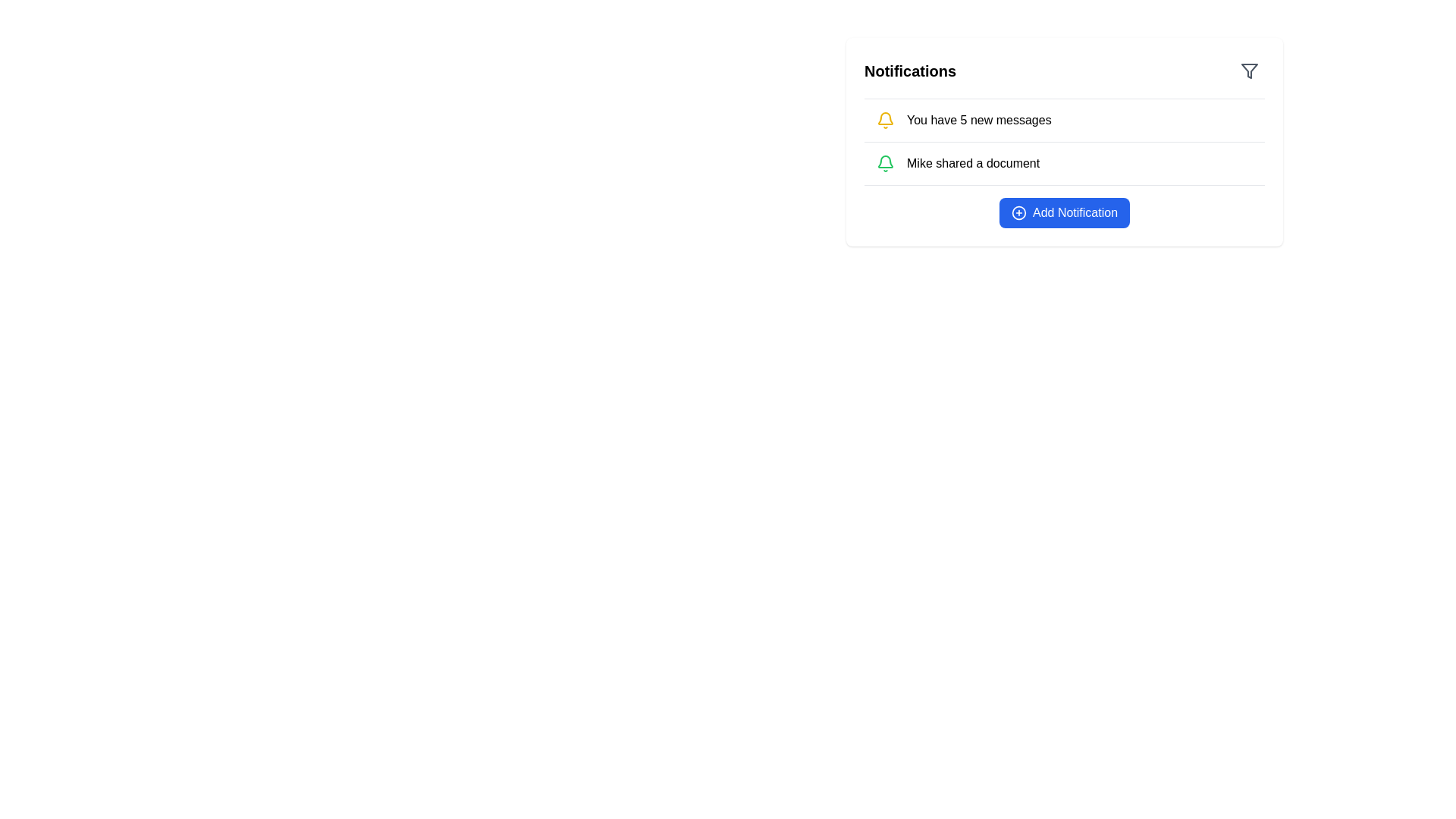 The height and width of the screenshot is (819, 1456). What do you see at coordinates (1063, 213) in the screenshot?
I see `the button with a blue background and white text that reads 'Add Notification', located below the notification entries` at bounding box center [1063, 213].